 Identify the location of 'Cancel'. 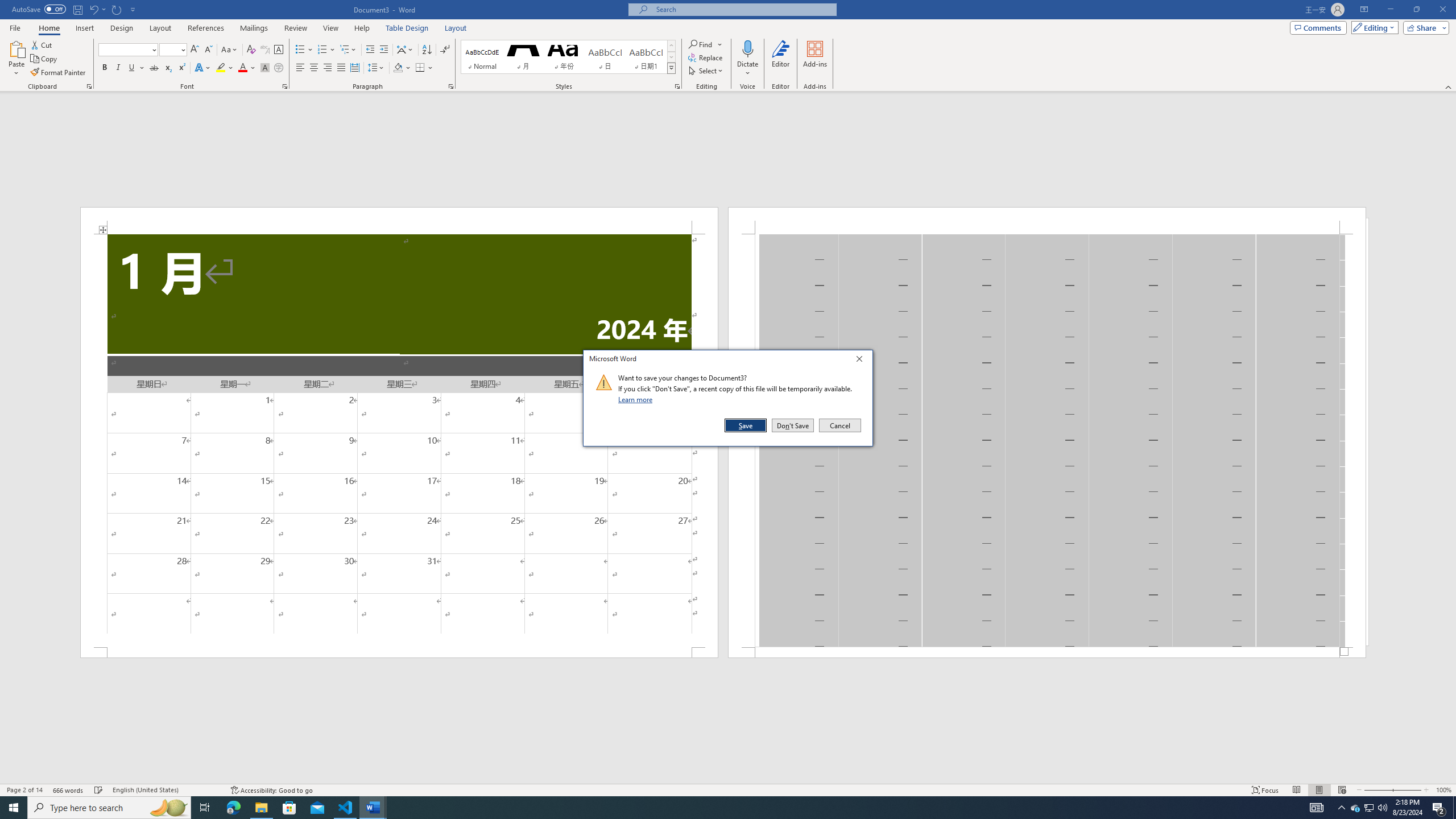
(839, 425).